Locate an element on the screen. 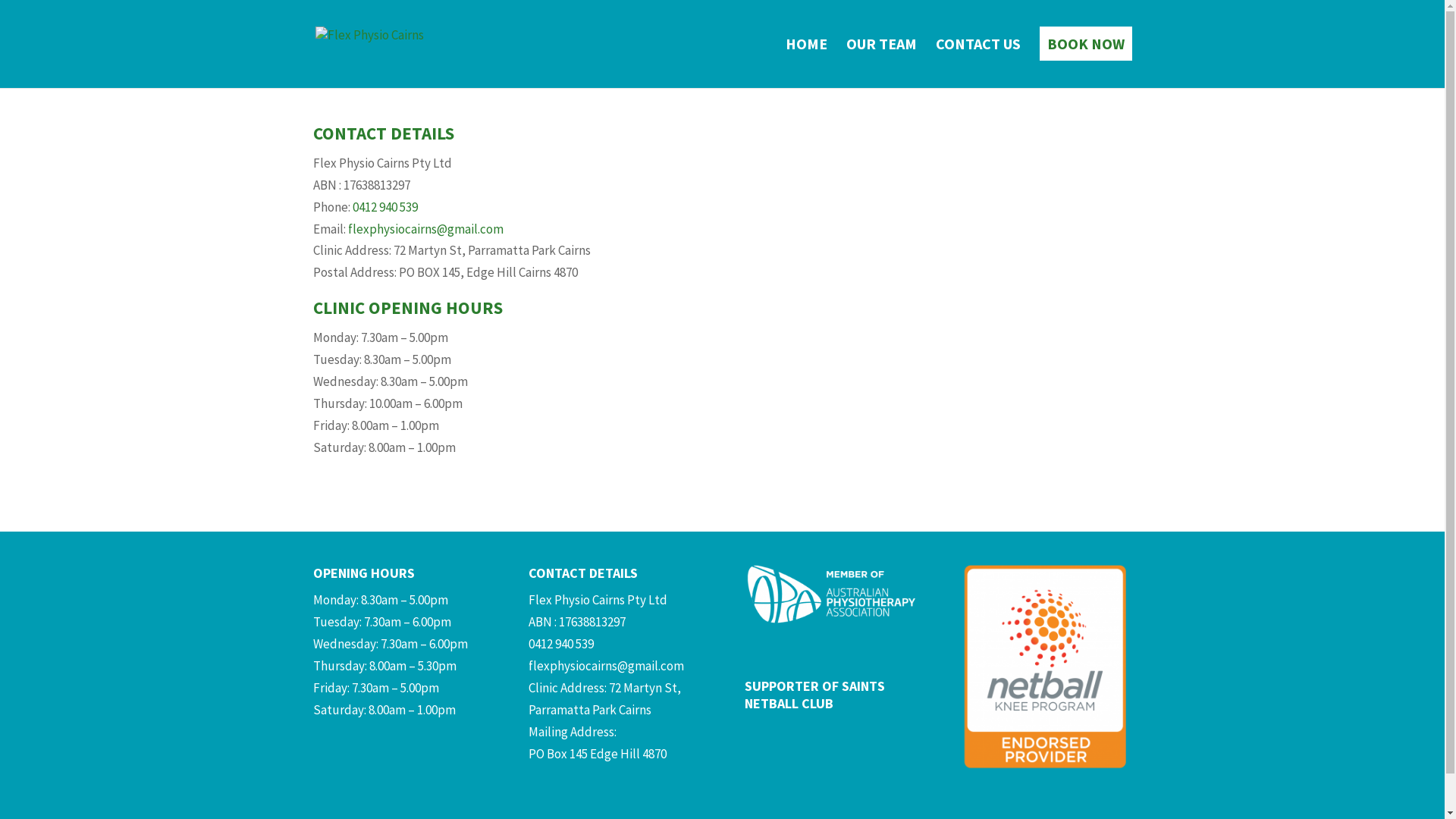  'BOOK NOW' is located at coordinates (1084, 62).